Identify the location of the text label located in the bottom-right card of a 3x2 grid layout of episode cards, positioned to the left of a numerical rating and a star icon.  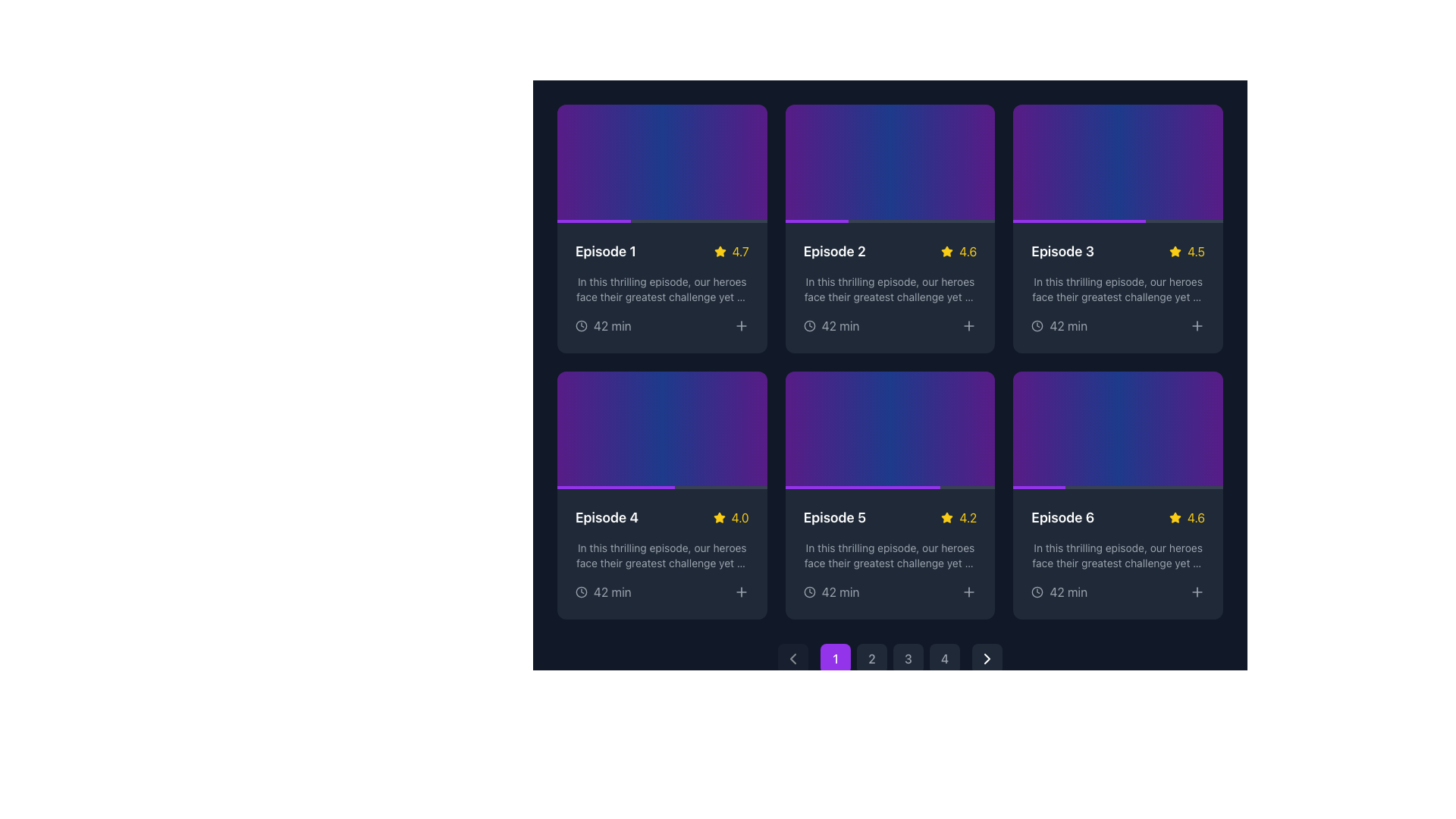
(1062, 517).